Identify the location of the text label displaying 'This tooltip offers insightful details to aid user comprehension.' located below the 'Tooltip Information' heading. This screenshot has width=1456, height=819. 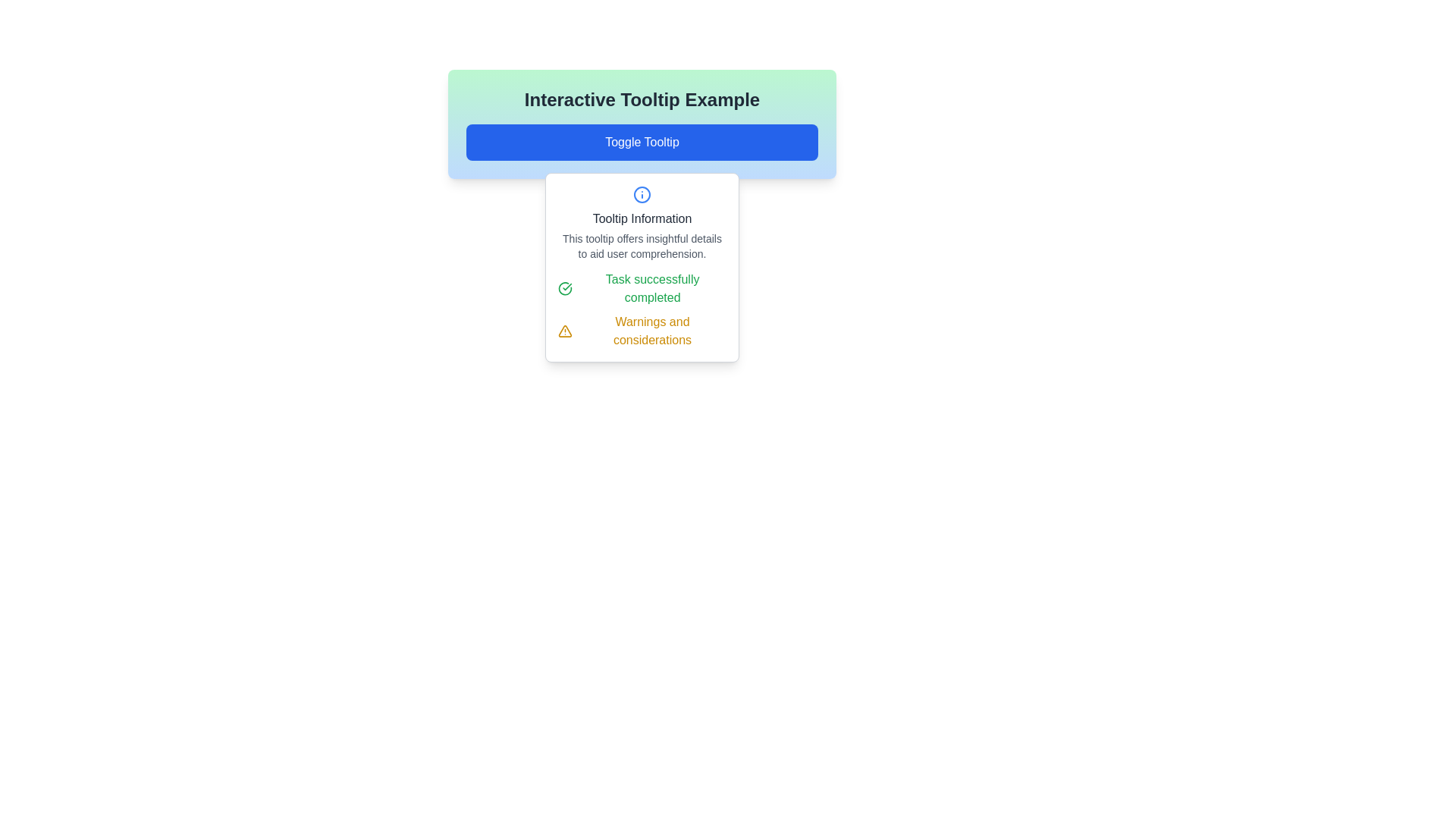
(642, 245).